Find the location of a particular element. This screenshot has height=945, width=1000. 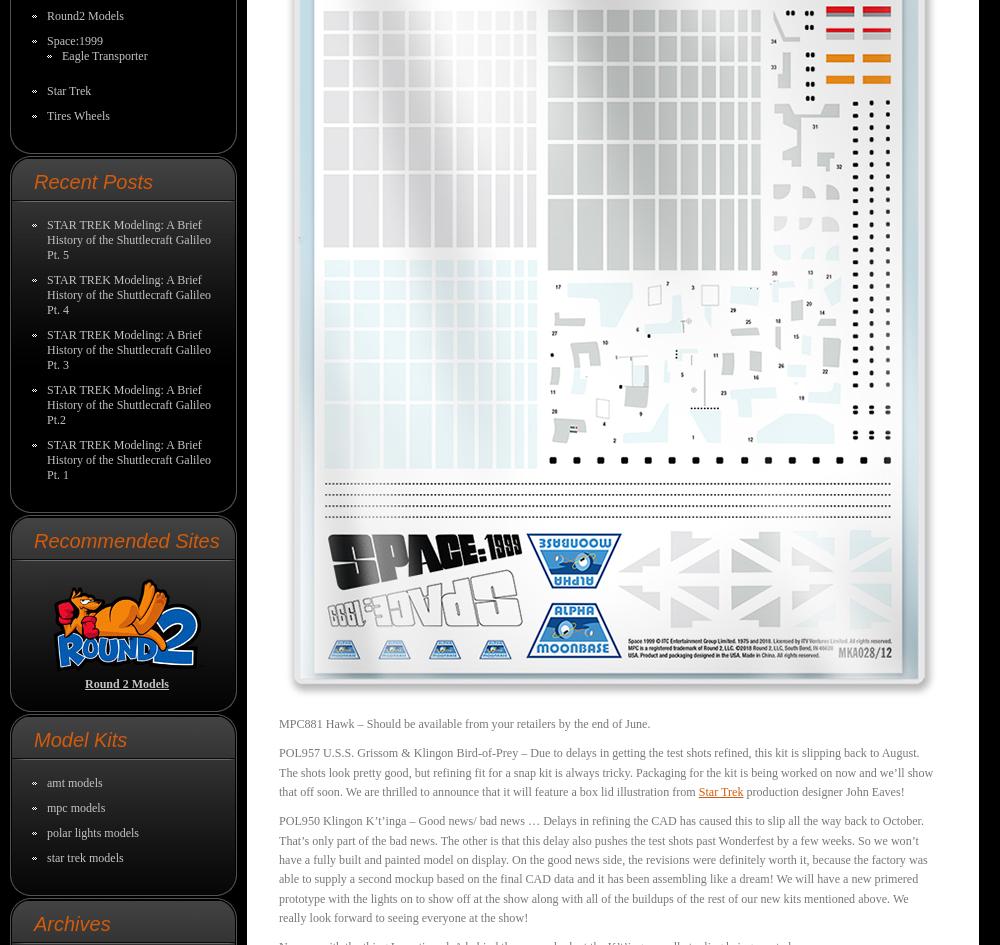

'Archives' is located at coordinates (71, 923).